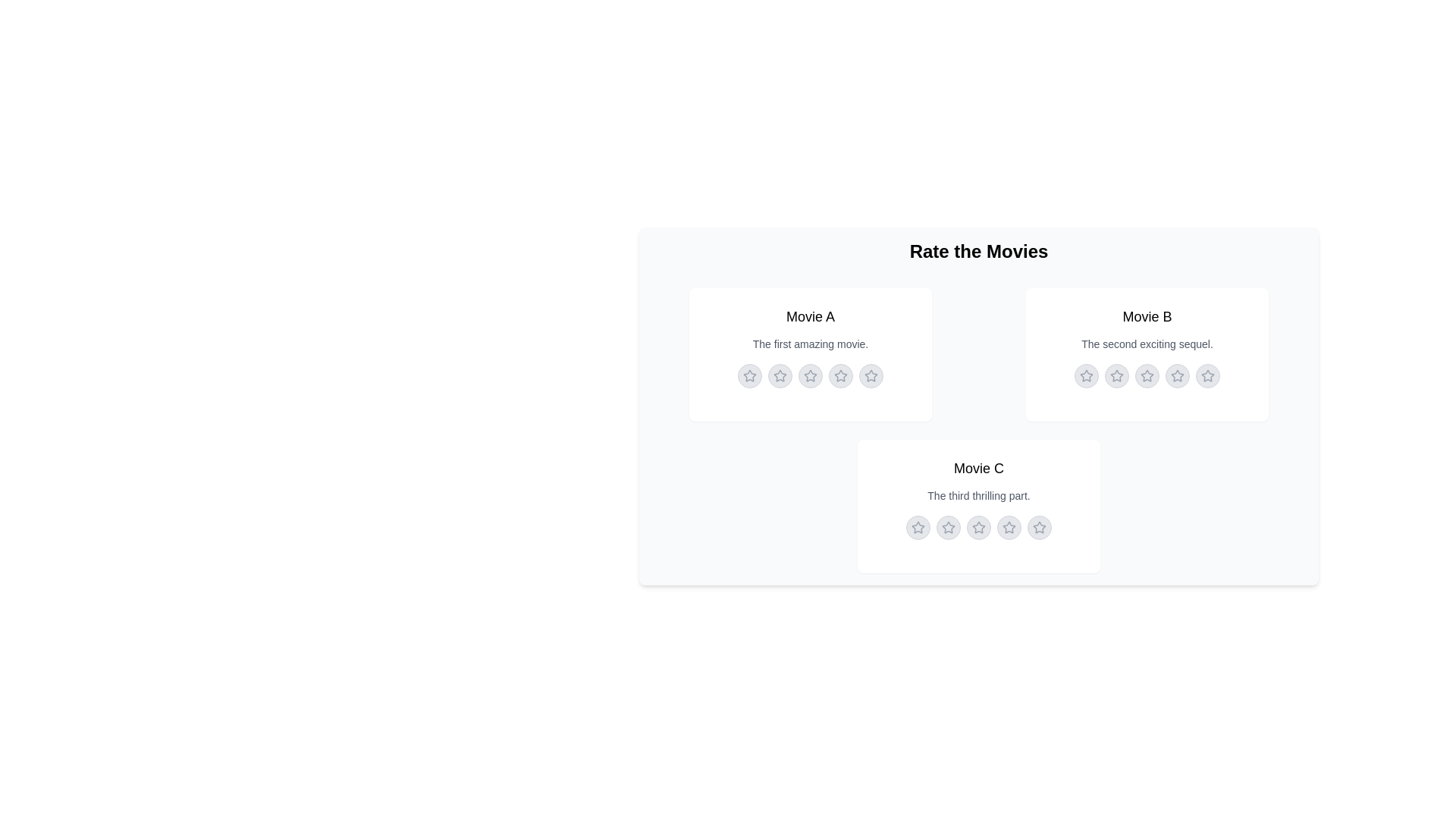 The width and height of the screenshot is (1456, 819). I want to click on the fourth star icon in the rating system beneath the card titled 'Movie A', so click(839, 375).